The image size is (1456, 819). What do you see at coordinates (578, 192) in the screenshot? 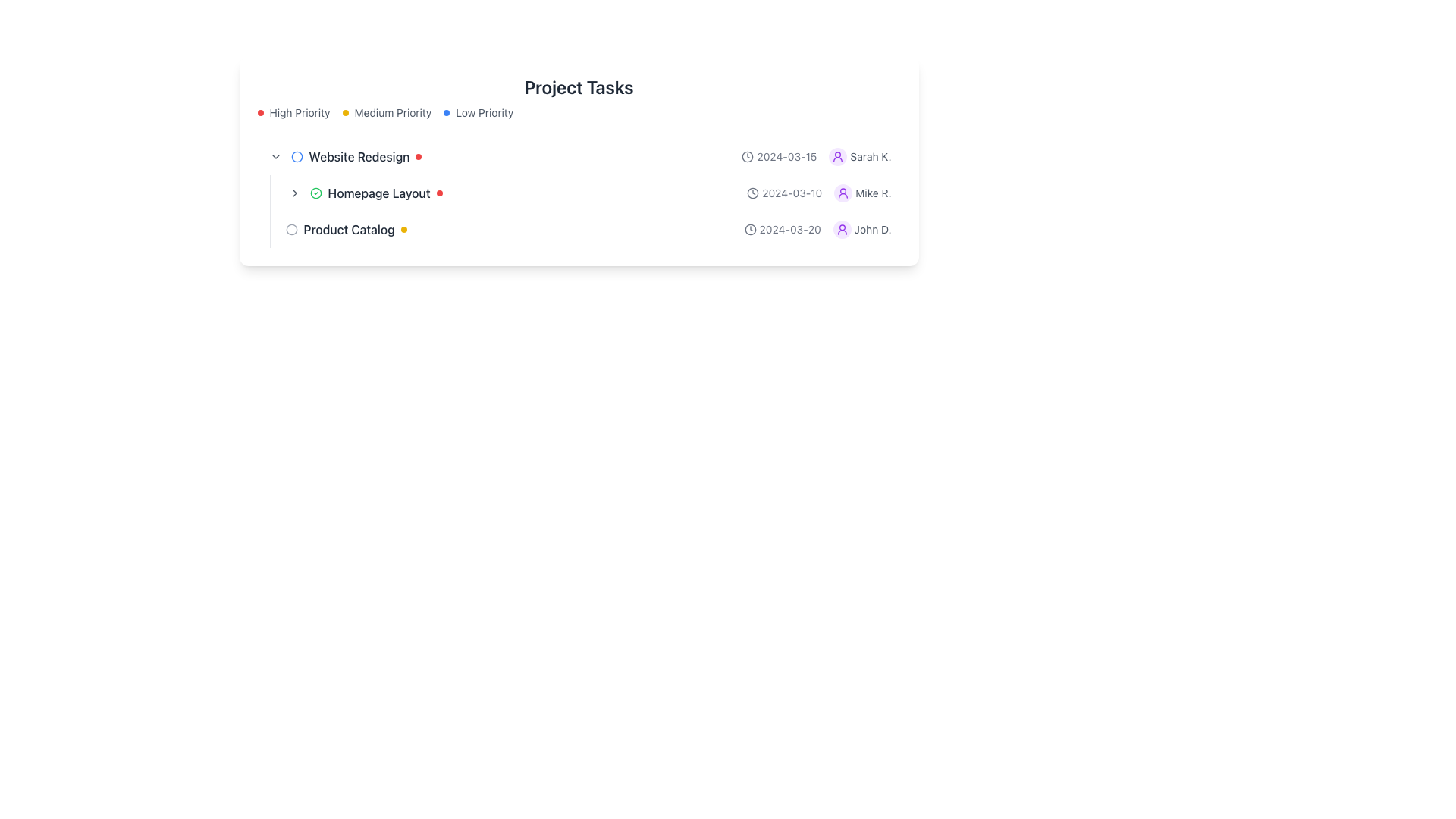
I see `tasks` at bounding box center [578, 192].